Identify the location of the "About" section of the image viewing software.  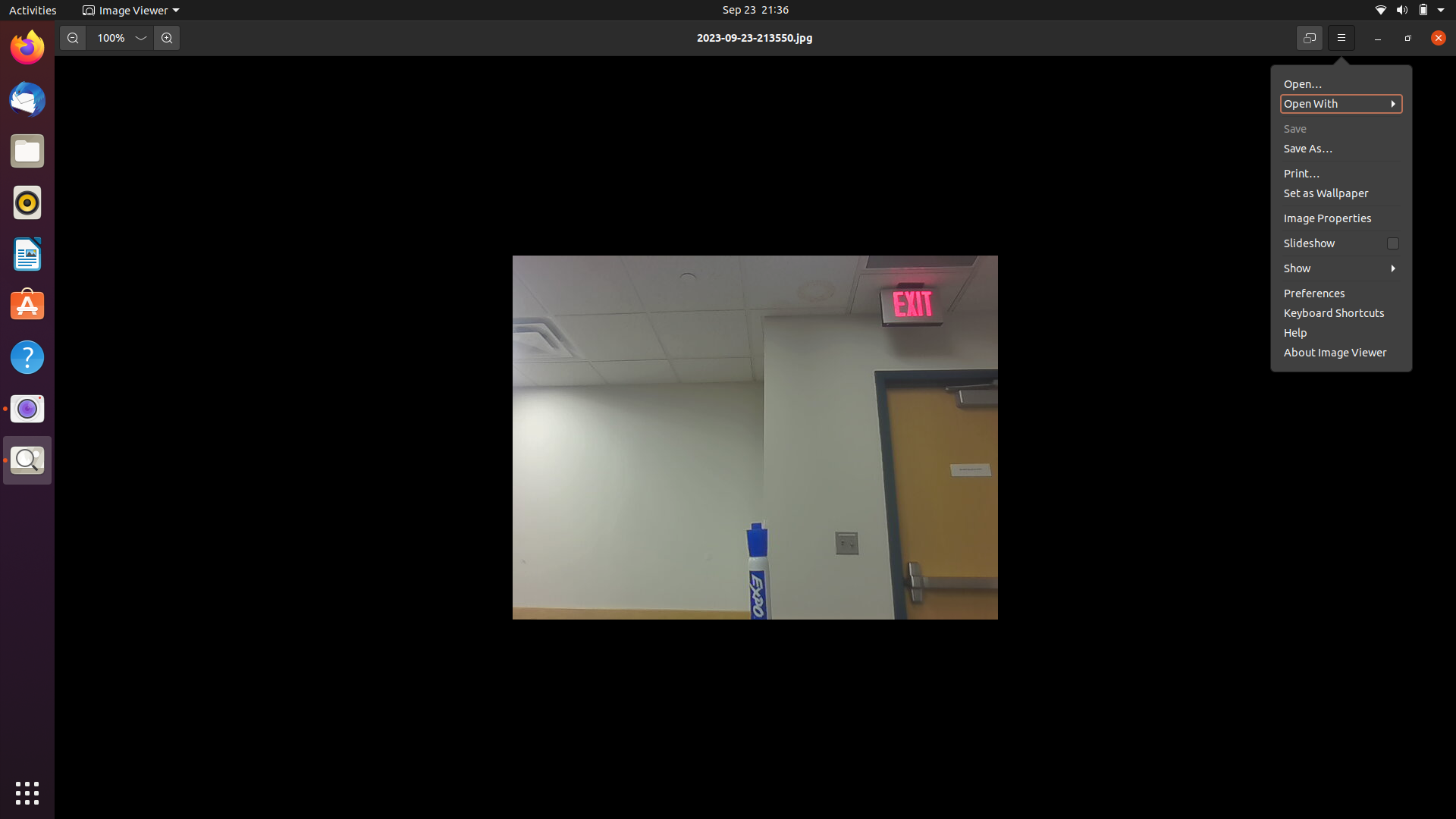
(1335, 291).